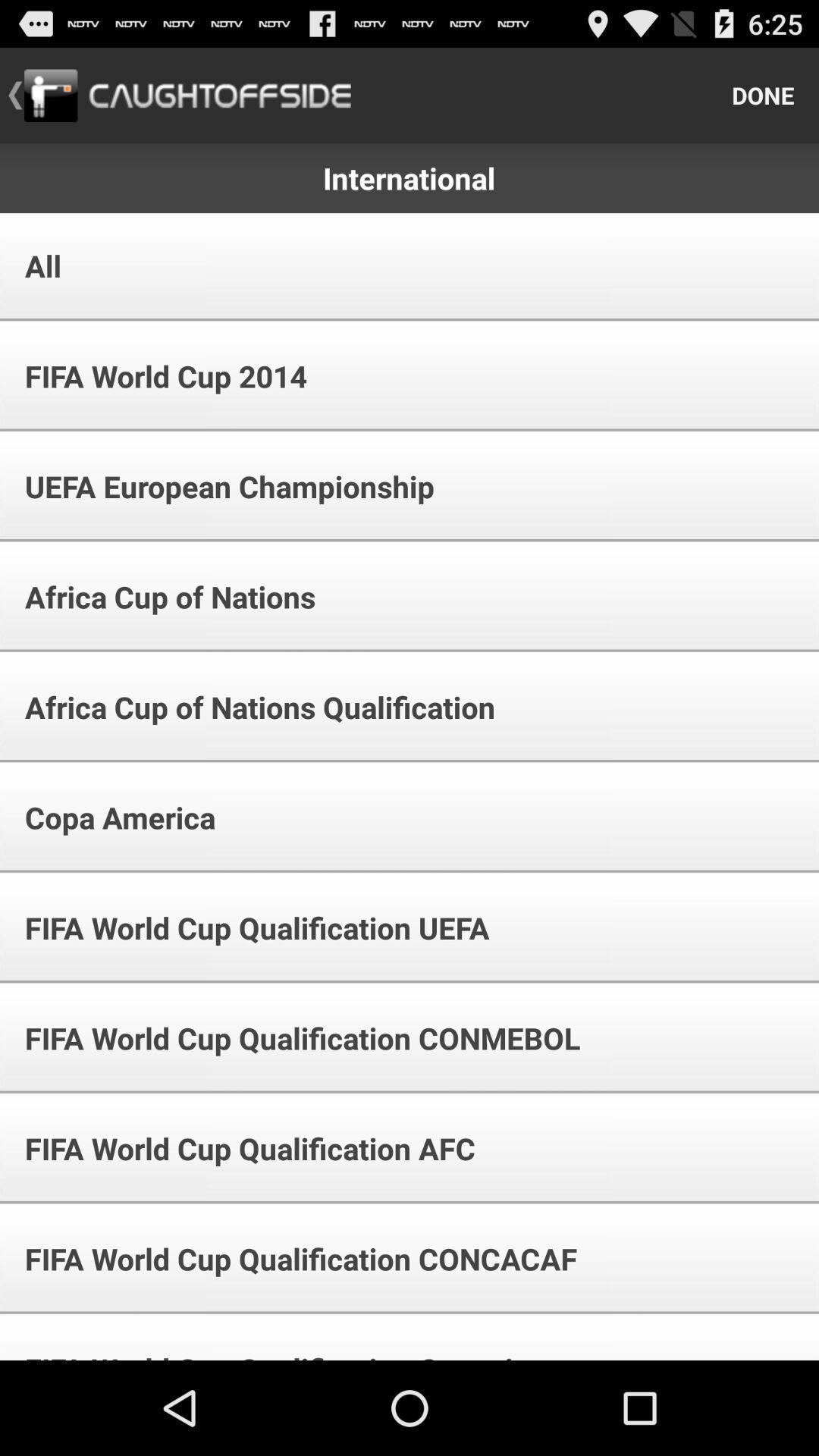 This screenshot has width=819, height=1456. Describe the element at coordinates (109, 817) in the screenshot. I see `the app above the fifa world cup` at that location.